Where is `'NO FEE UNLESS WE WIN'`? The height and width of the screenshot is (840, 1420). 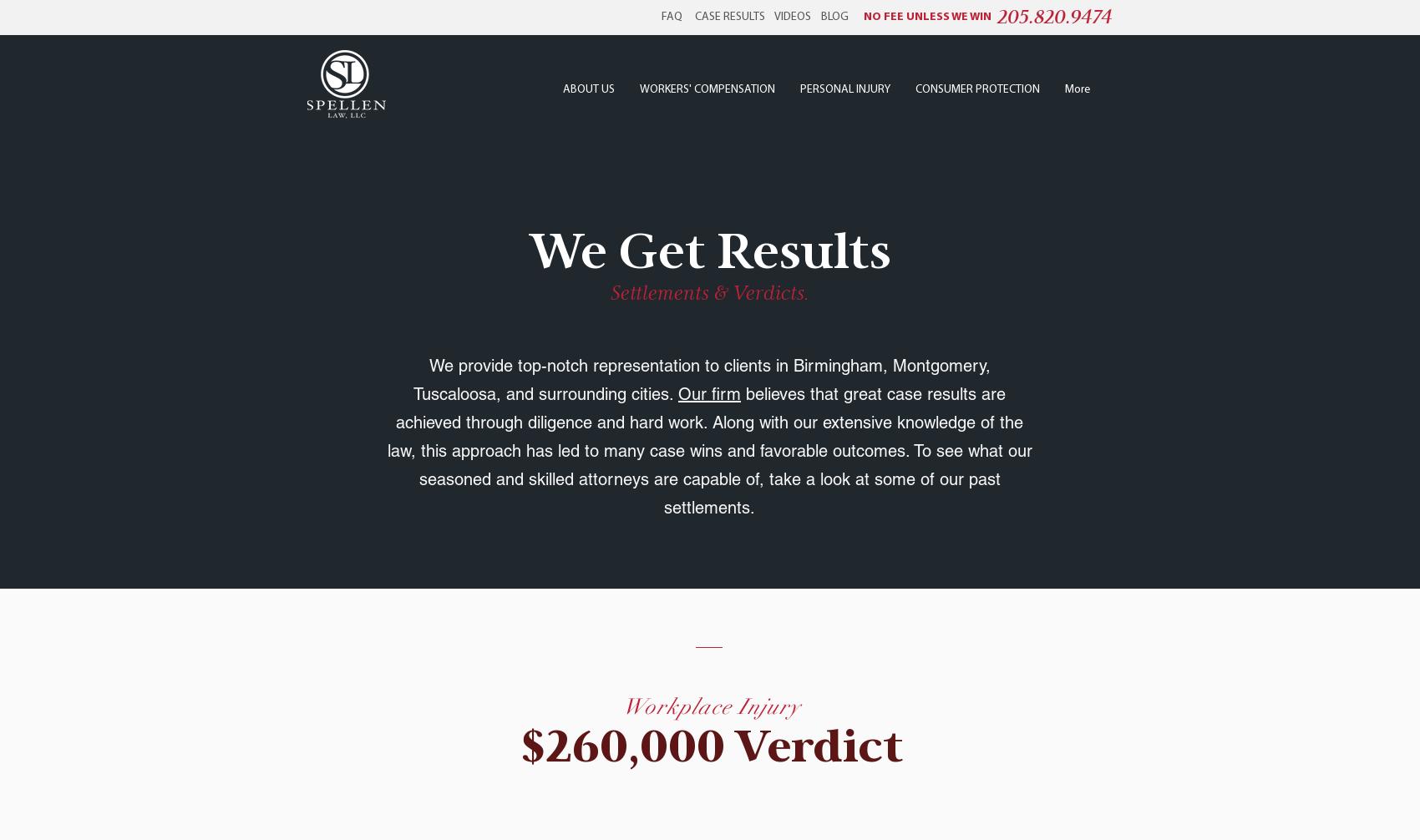
'NO FEE UNLESS WE WIN' is located at coordinates (927, 17).